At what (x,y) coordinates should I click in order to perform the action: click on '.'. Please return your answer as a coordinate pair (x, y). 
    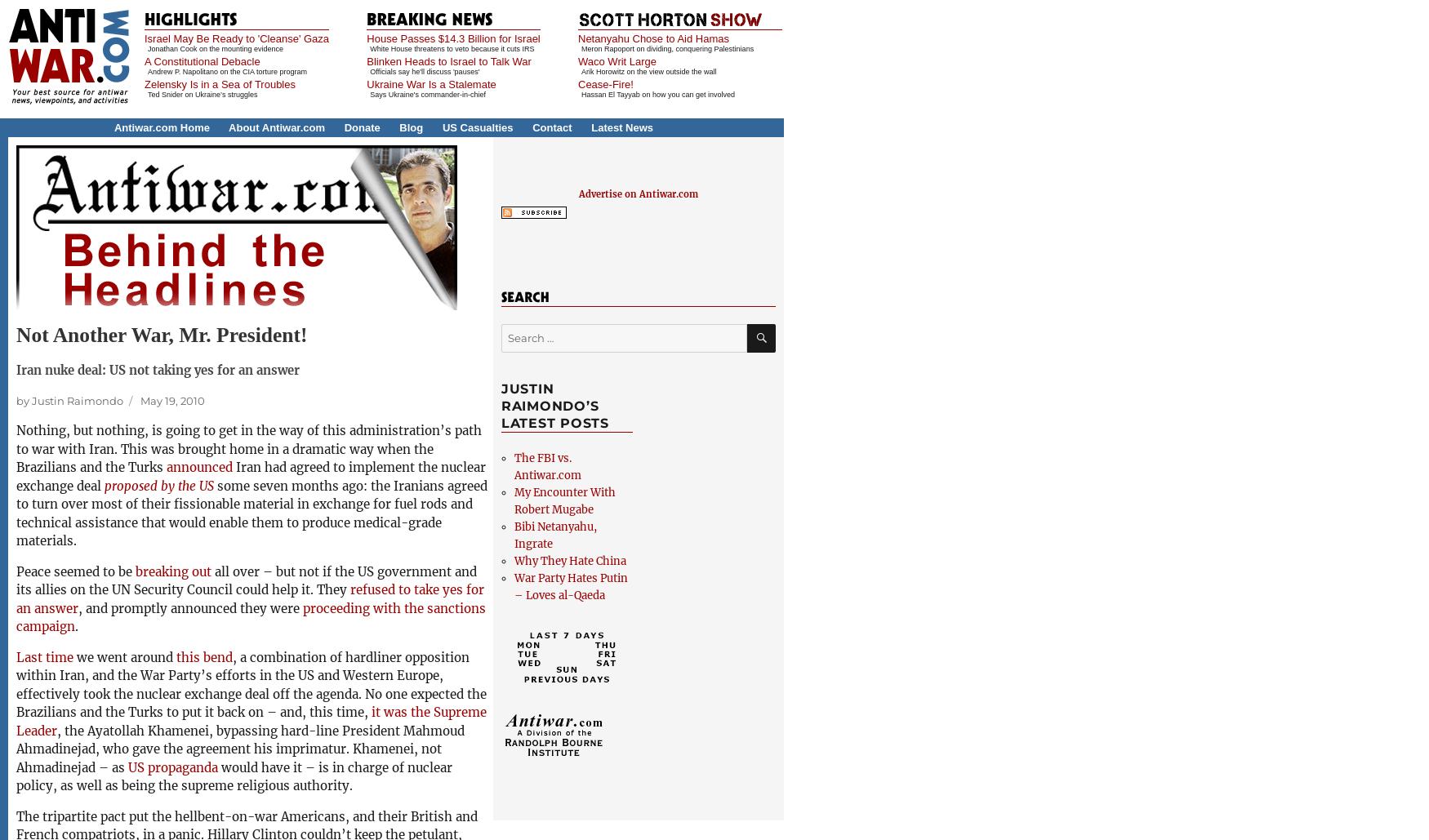
    Looking at the image, I should click on (76, 626).